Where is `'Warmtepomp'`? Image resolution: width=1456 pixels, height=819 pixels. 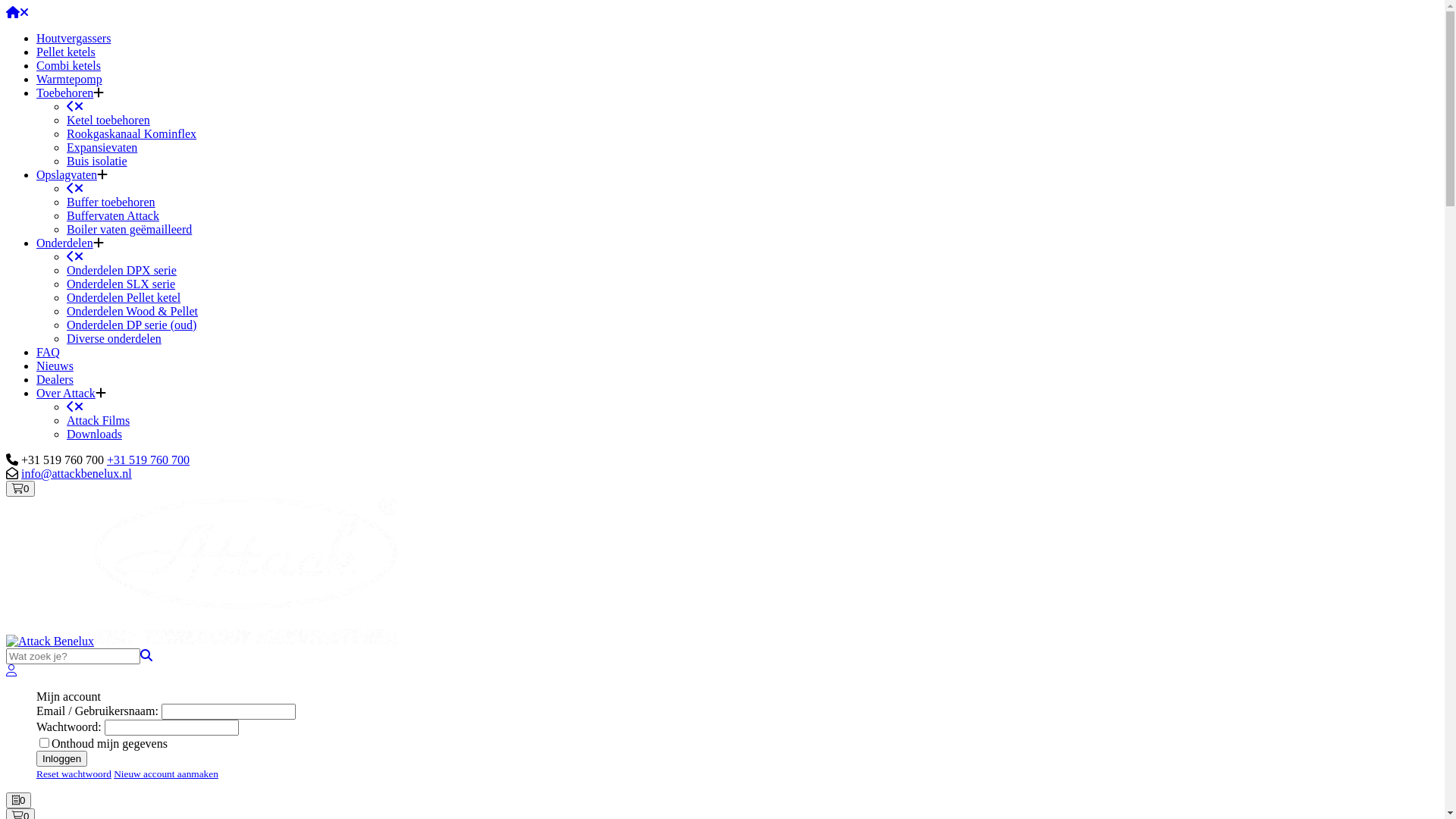
'Warmtepomp' is located at coordinates (68, 79).